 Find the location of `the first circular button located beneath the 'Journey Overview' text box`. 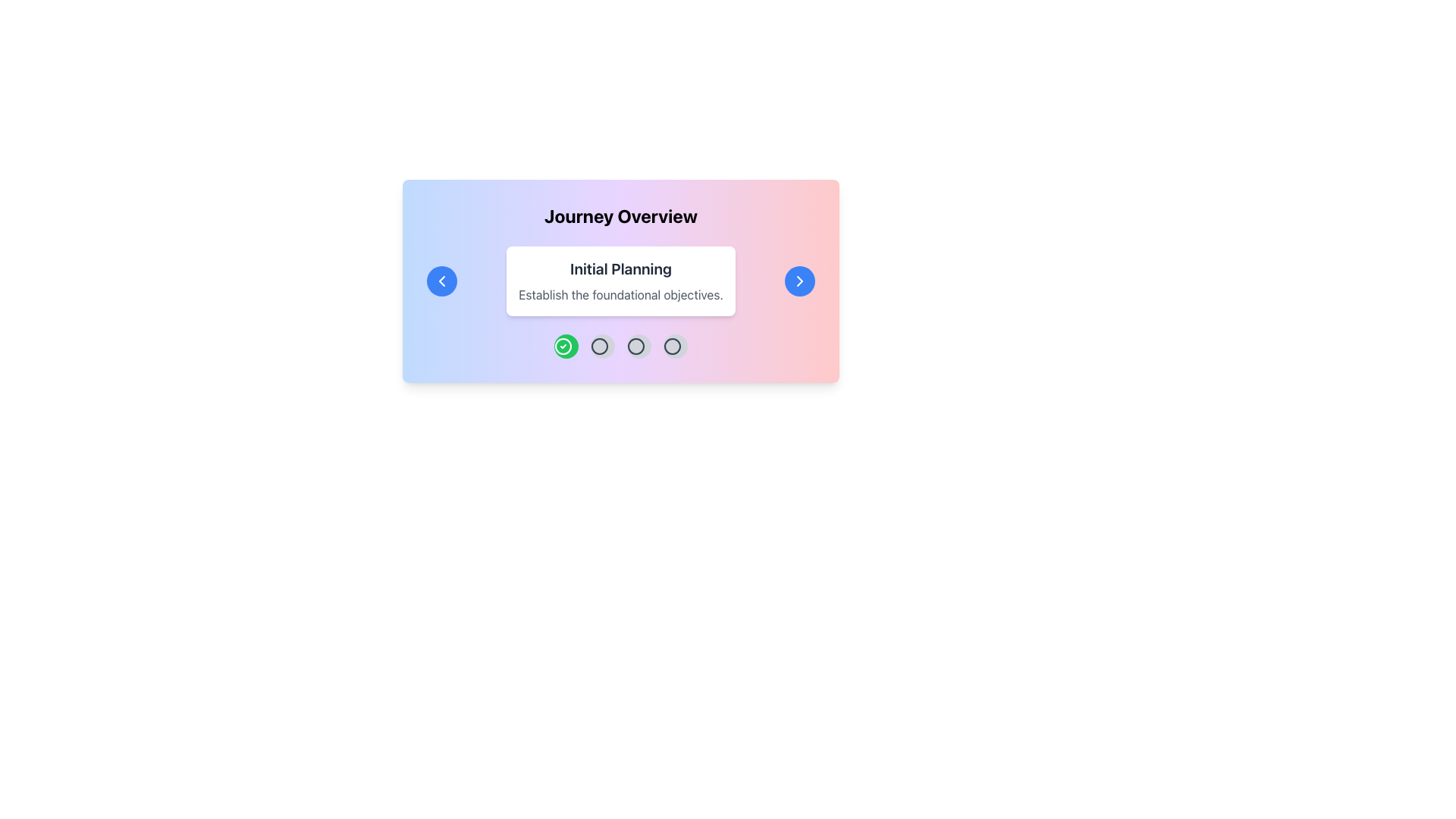

the first circular button located beneath the 'Journey Overview' text box is located at coordinates (563, 346).